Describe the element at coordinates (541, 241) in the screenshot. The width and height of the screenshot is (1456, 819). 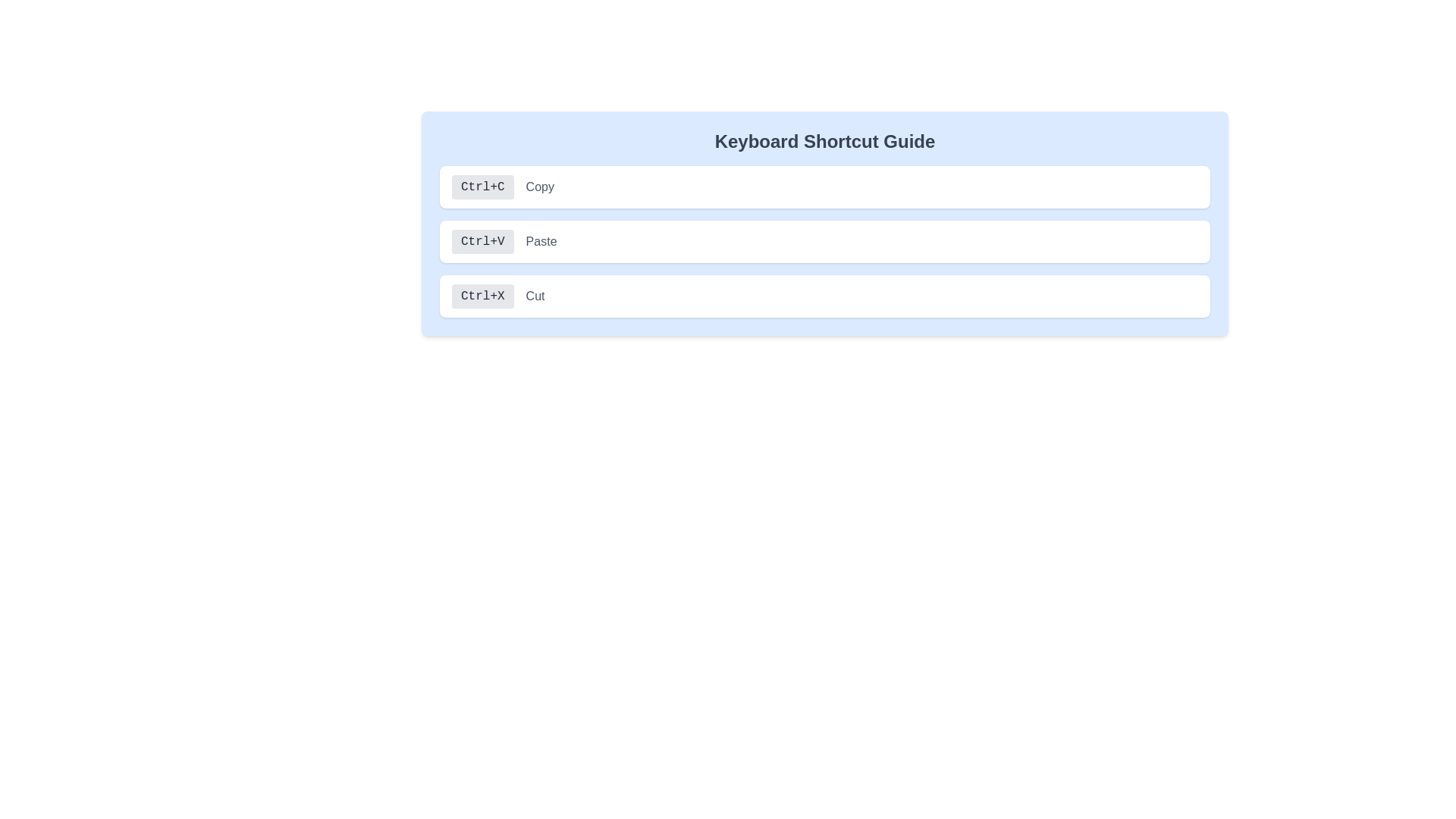
I see `the 'Paste' label styled in gray font, located in the second row of the 'Keyboard Shortcut Guide' interface, to the right of the 'Ctrl+V' text` at that location.